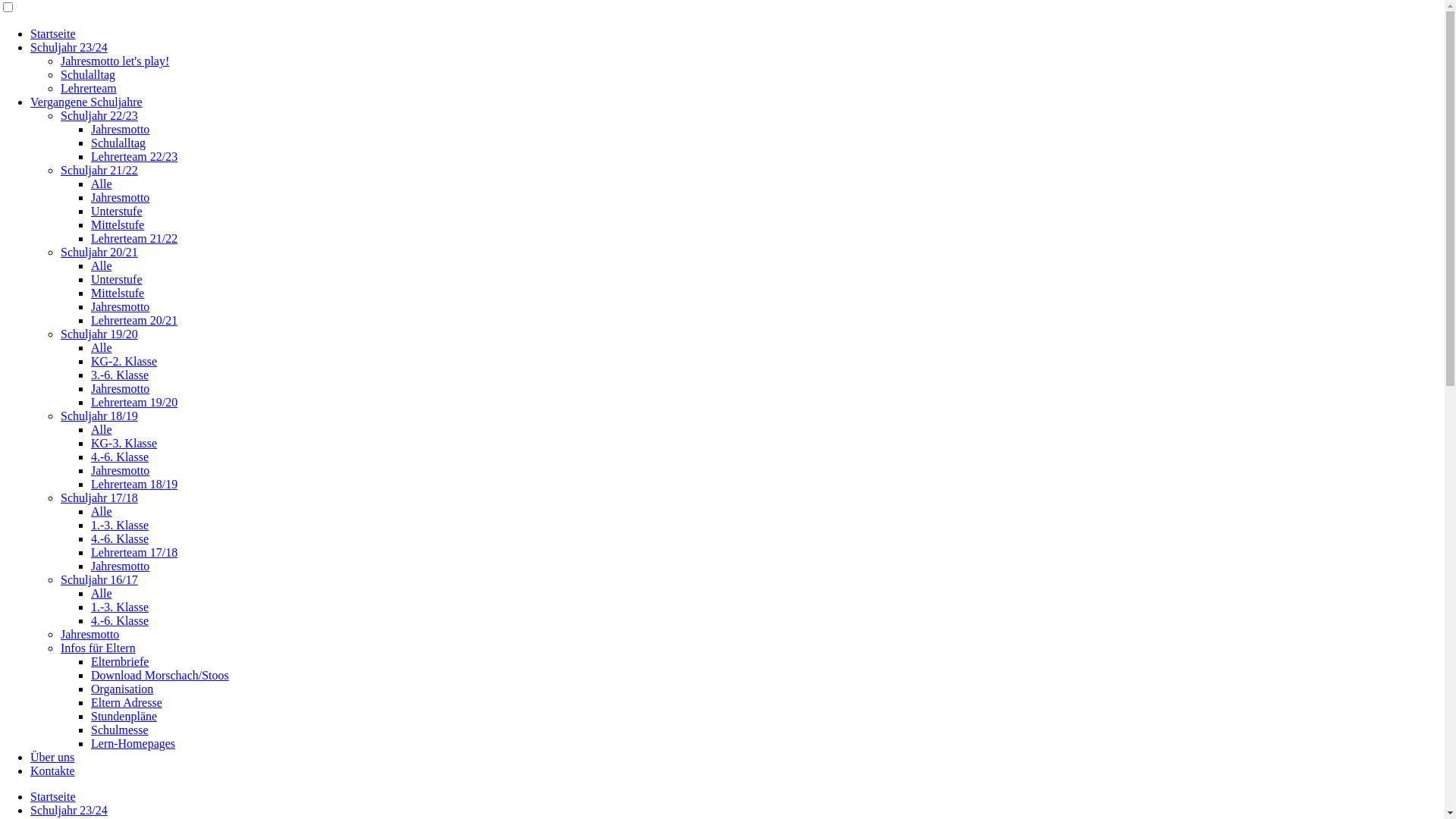  I want to click on 'Jahresmotto', so click(119, 196).